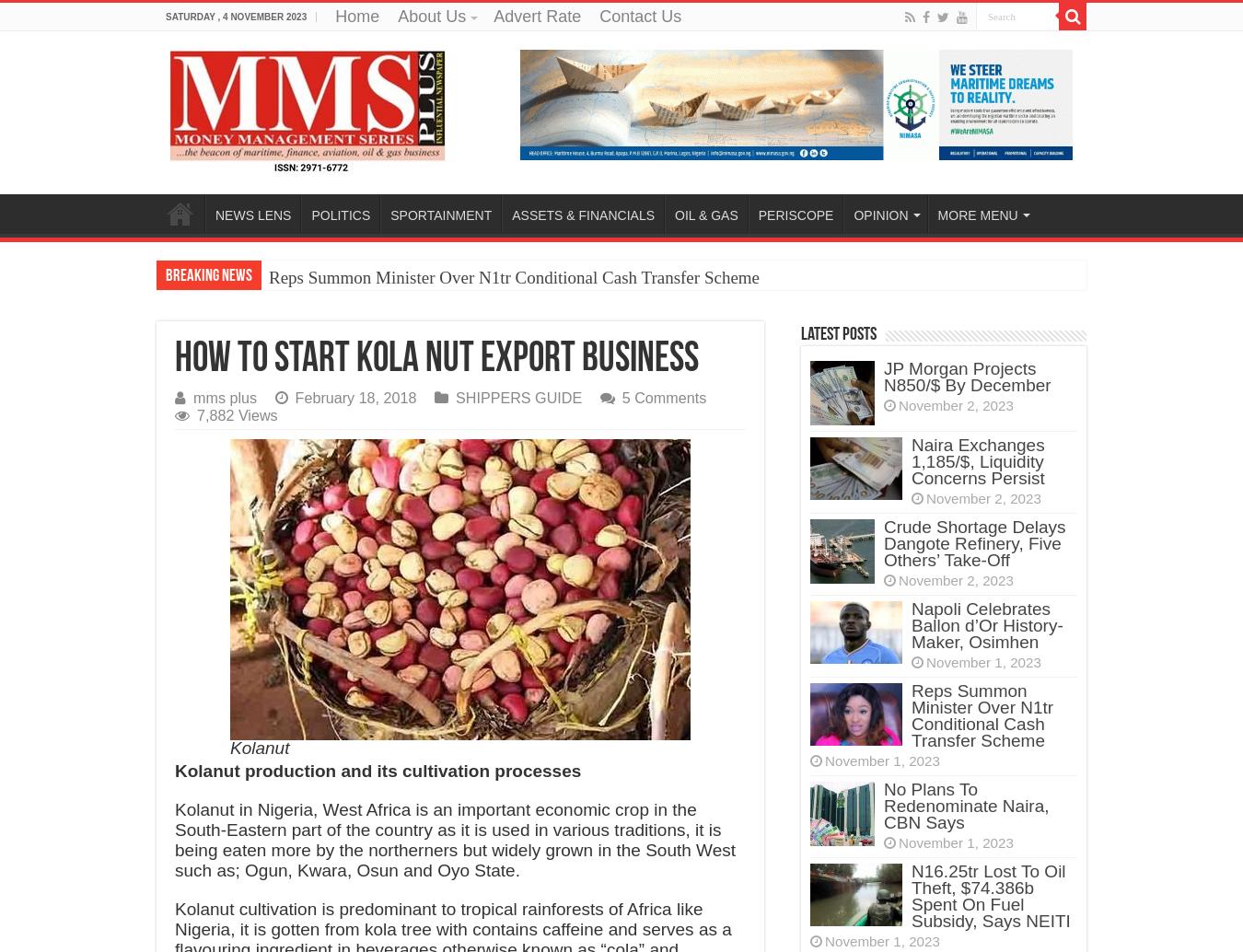 The width and height of the screenshot is (1243, 952). Describe the element at coordinates (378, 770) in the screenshot. I see `'Kolanut production and its cultivation processes'` at that location.